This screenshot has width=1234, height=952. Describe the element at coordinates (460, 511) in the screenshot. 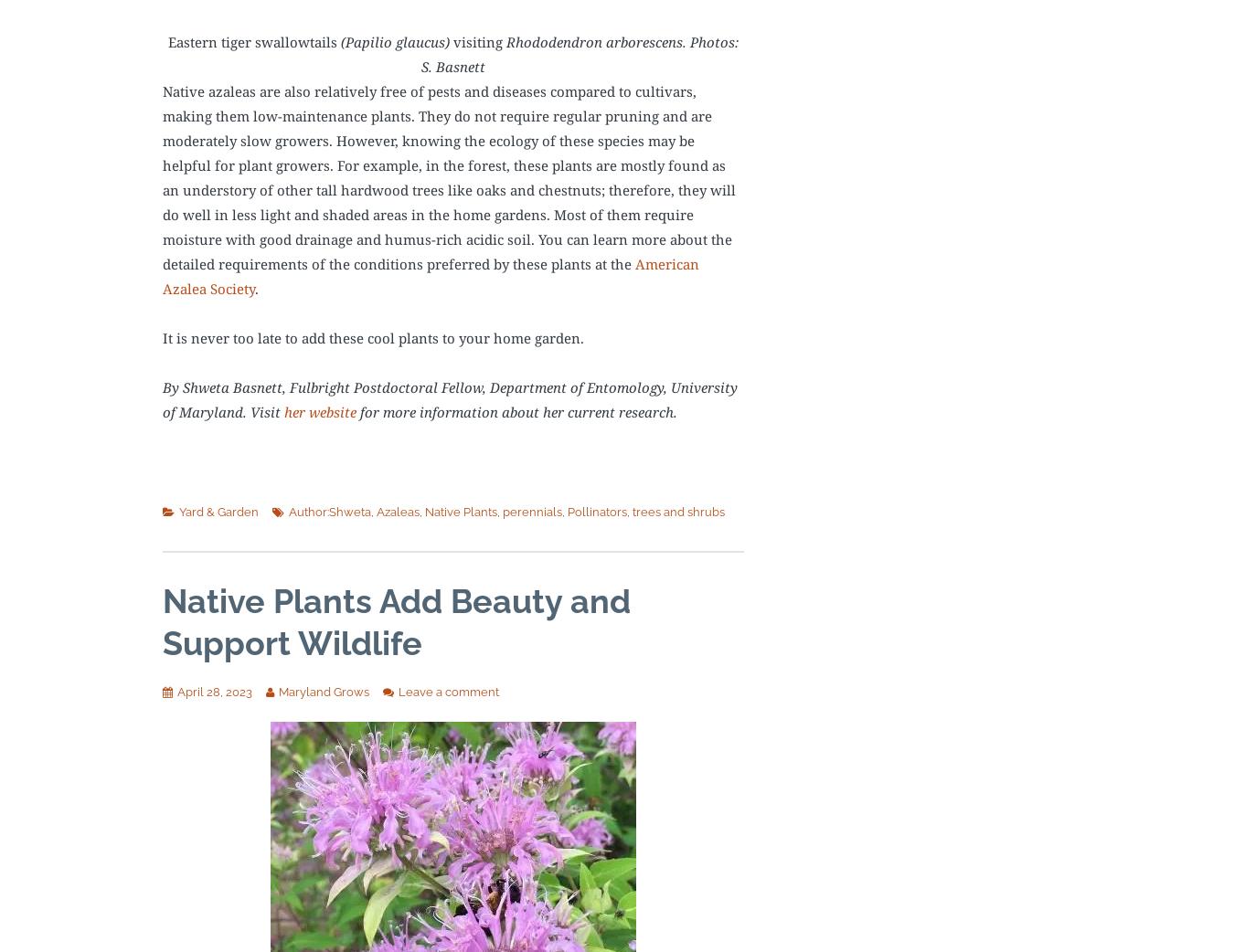

I see `'Native Plants'` at that location.